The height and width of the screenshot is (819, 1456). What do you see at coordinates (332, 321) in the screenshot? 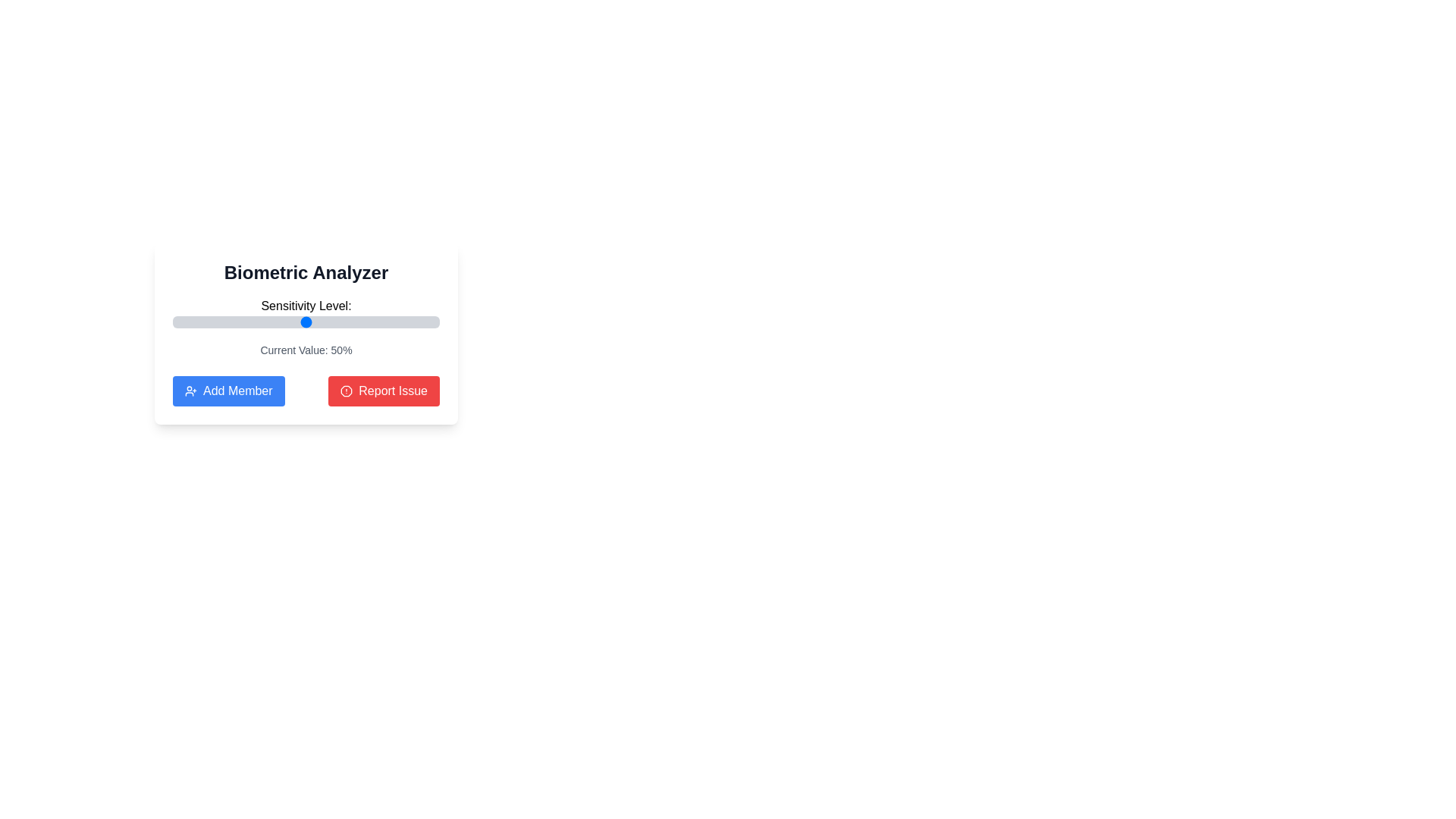
I see `the sensitivity level` at bounding box center [332, 321].